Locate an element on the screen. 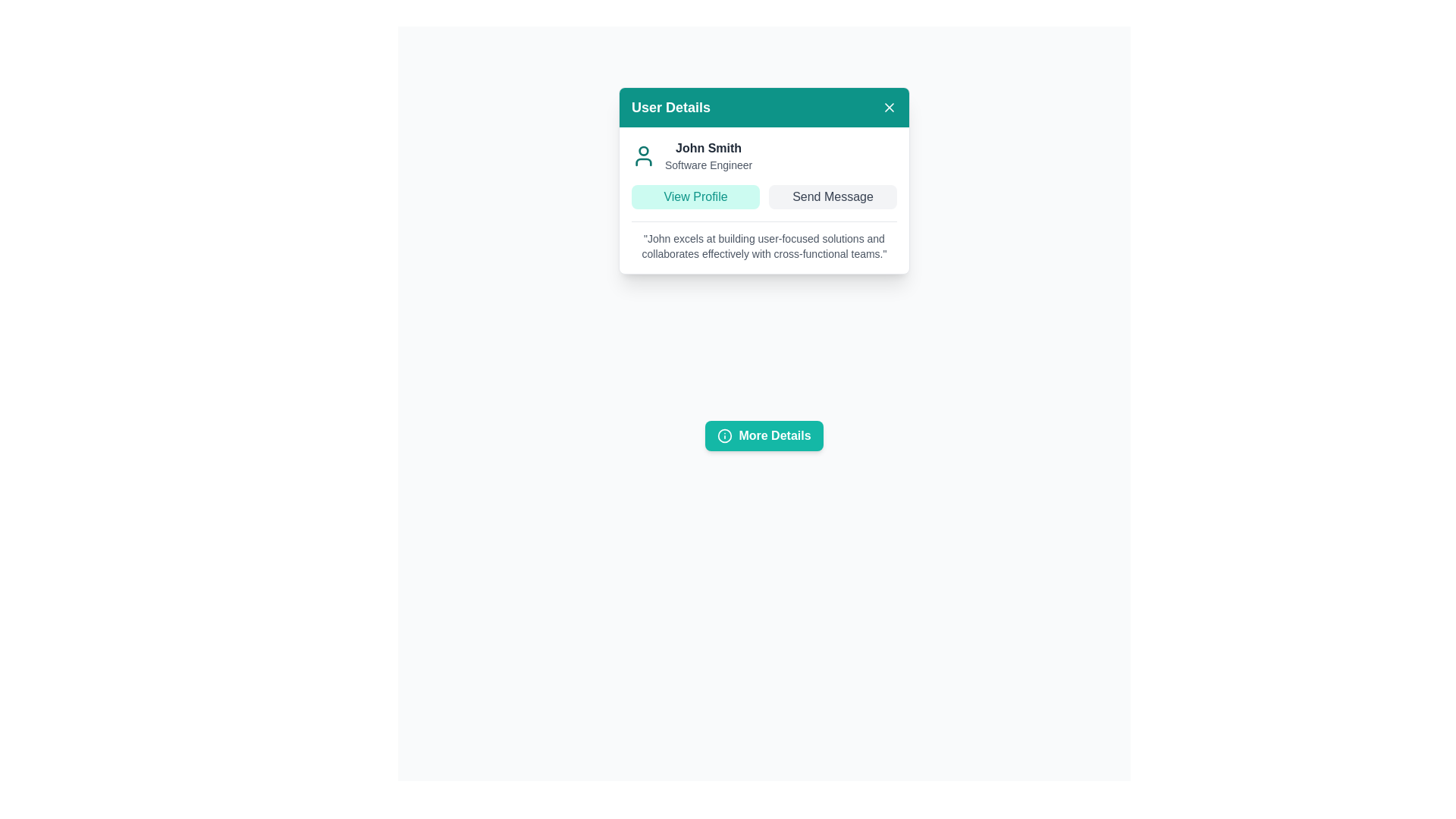 The width and height of the screenshot is (1456, 819). the 'User Details' text label, which is styled in bold and larger font on a teal background within a header bar of a card-like UI component is located at coordinates (670, 107).